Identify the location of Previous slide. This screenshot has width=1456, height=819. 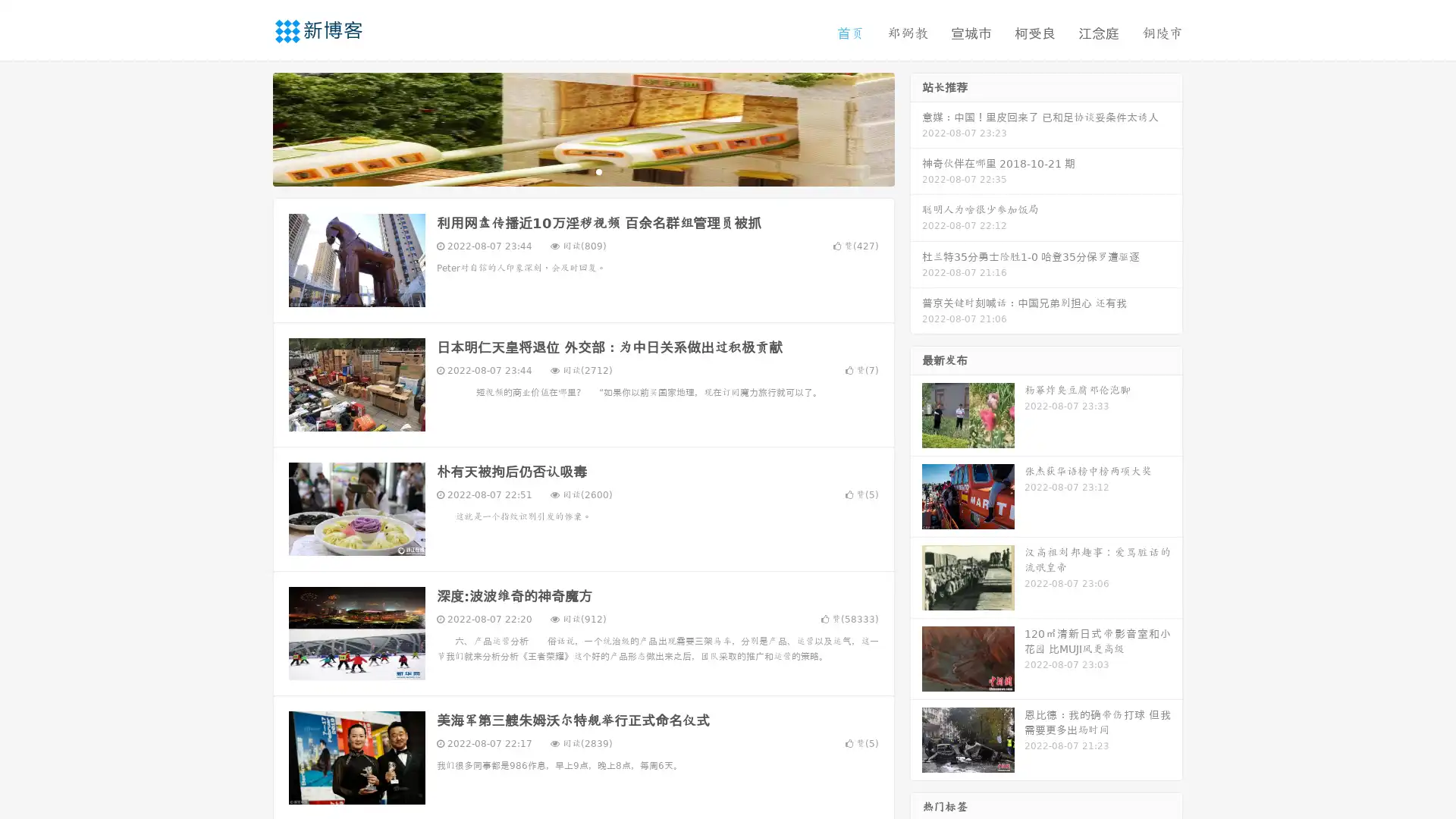
(250, 127).